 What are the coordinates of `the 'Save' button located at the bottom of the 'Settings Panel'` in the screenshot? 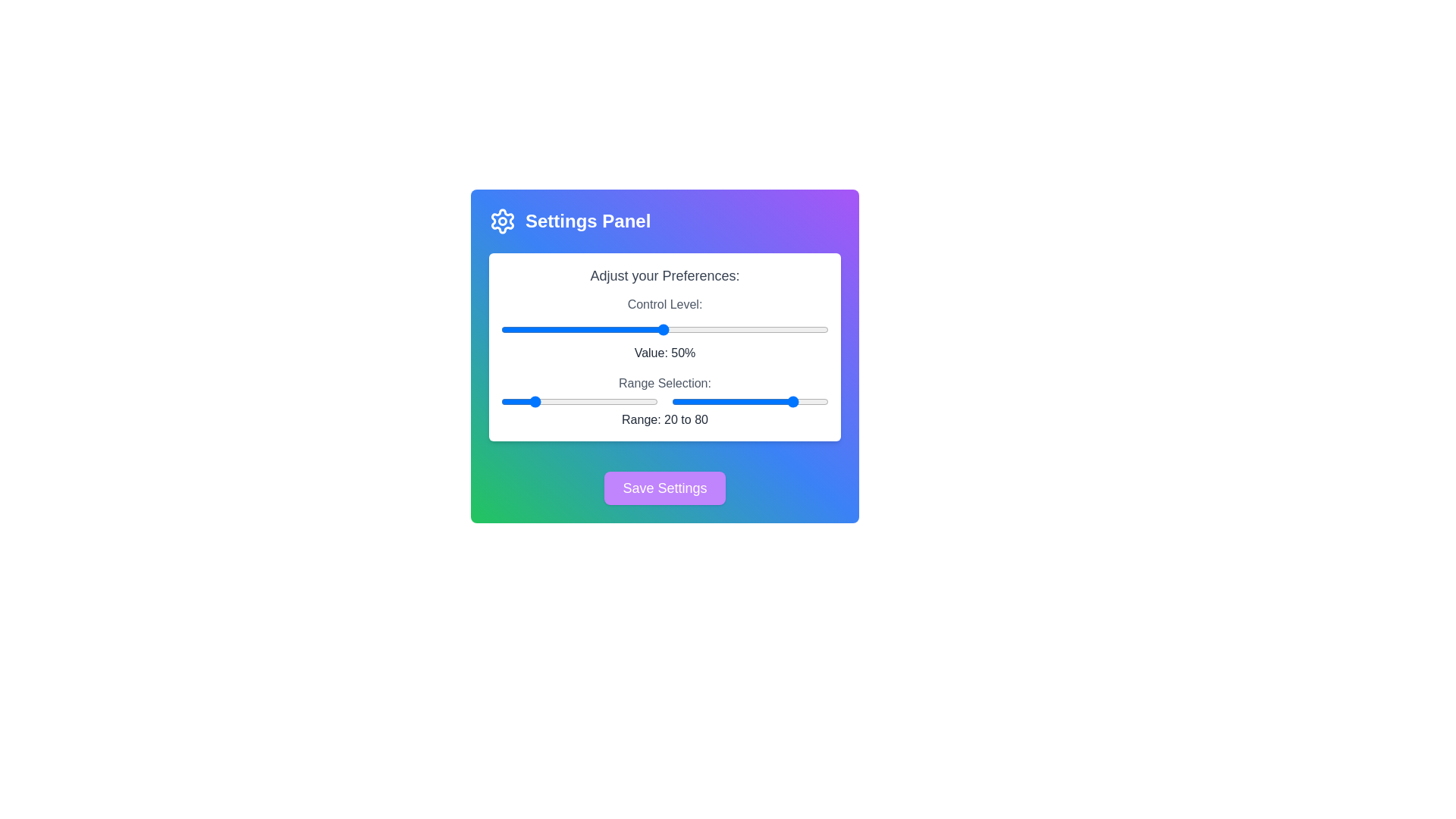 It's located at (665, 488).